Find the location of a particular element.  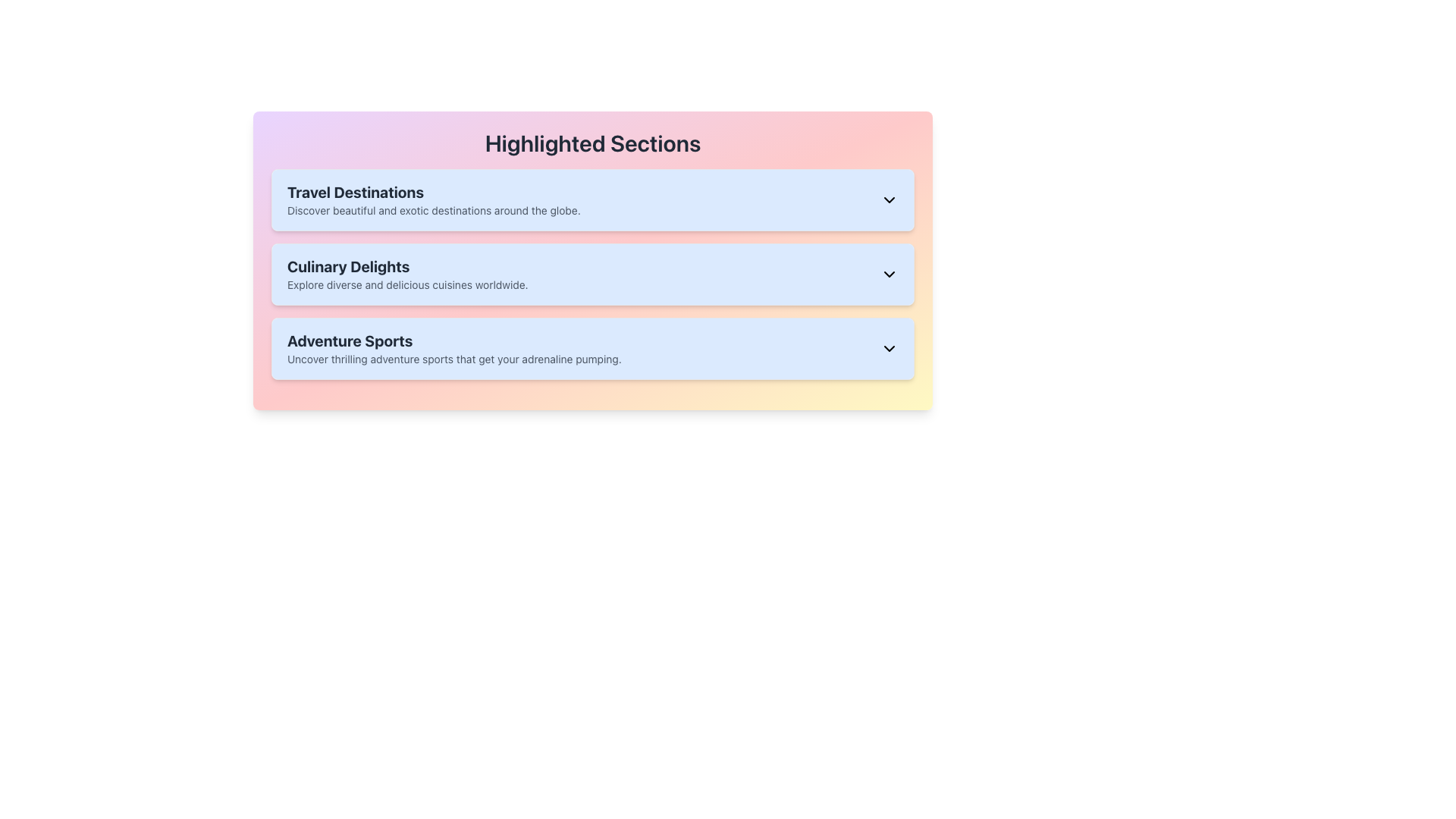

the 'Culinary Delights' section with a light blue background is located at coordinates (592, 275).